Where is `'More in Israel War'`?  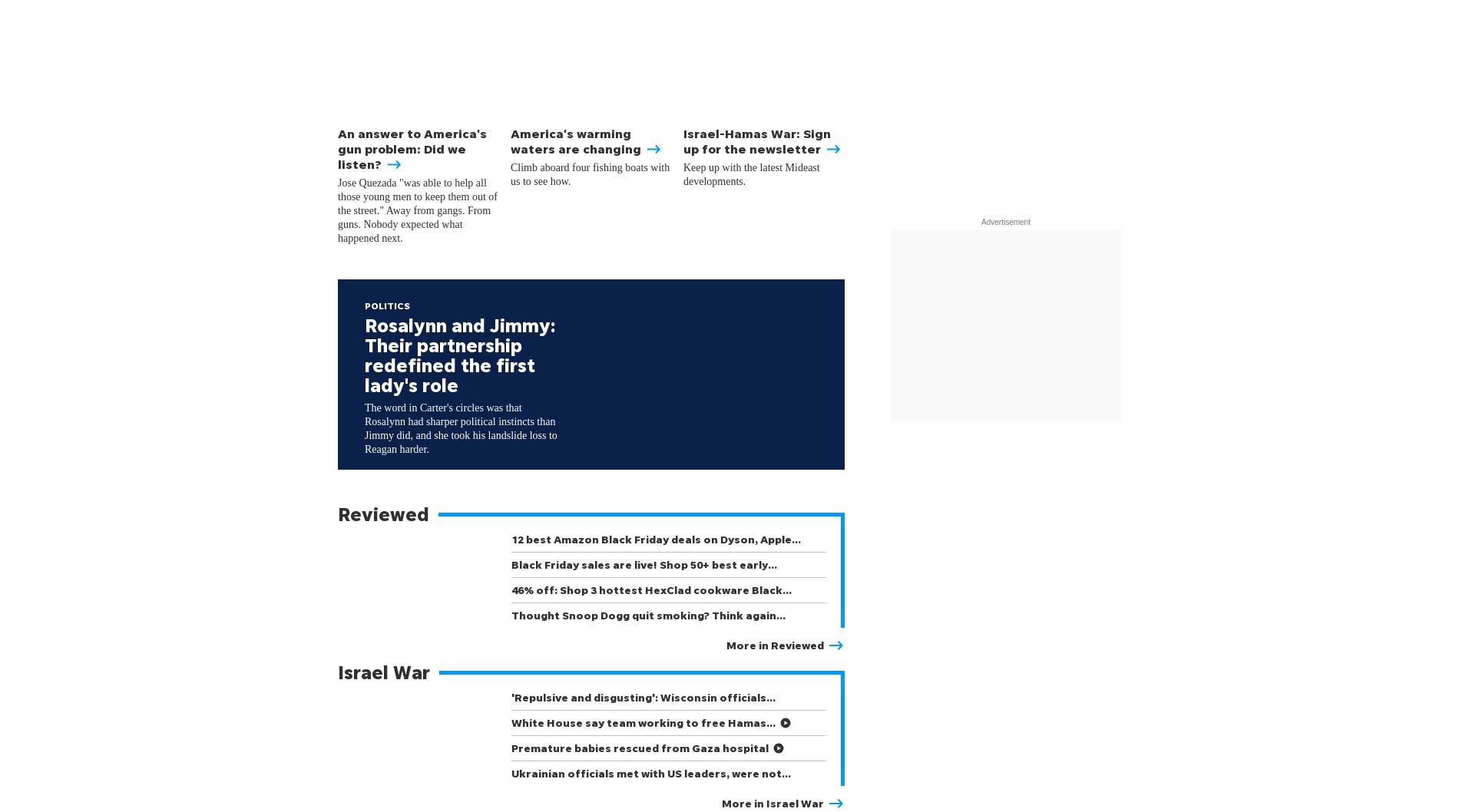 'More in Israel War' is located at coordinates (773, 802).